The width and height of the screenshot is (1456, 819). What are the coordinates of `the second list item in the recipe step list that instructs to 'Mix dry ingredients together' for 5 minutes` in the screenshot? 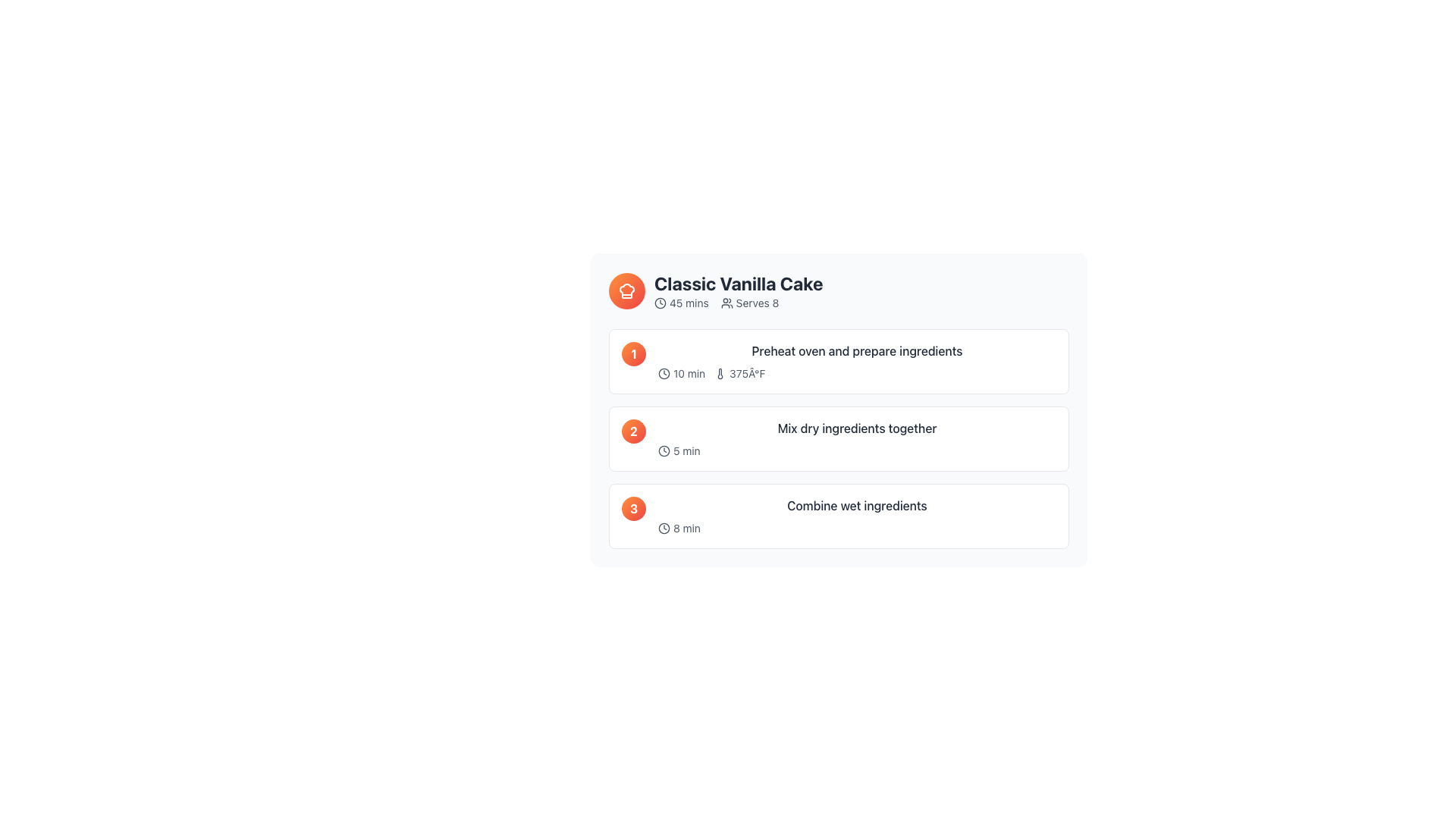 It's located at (838, 438).